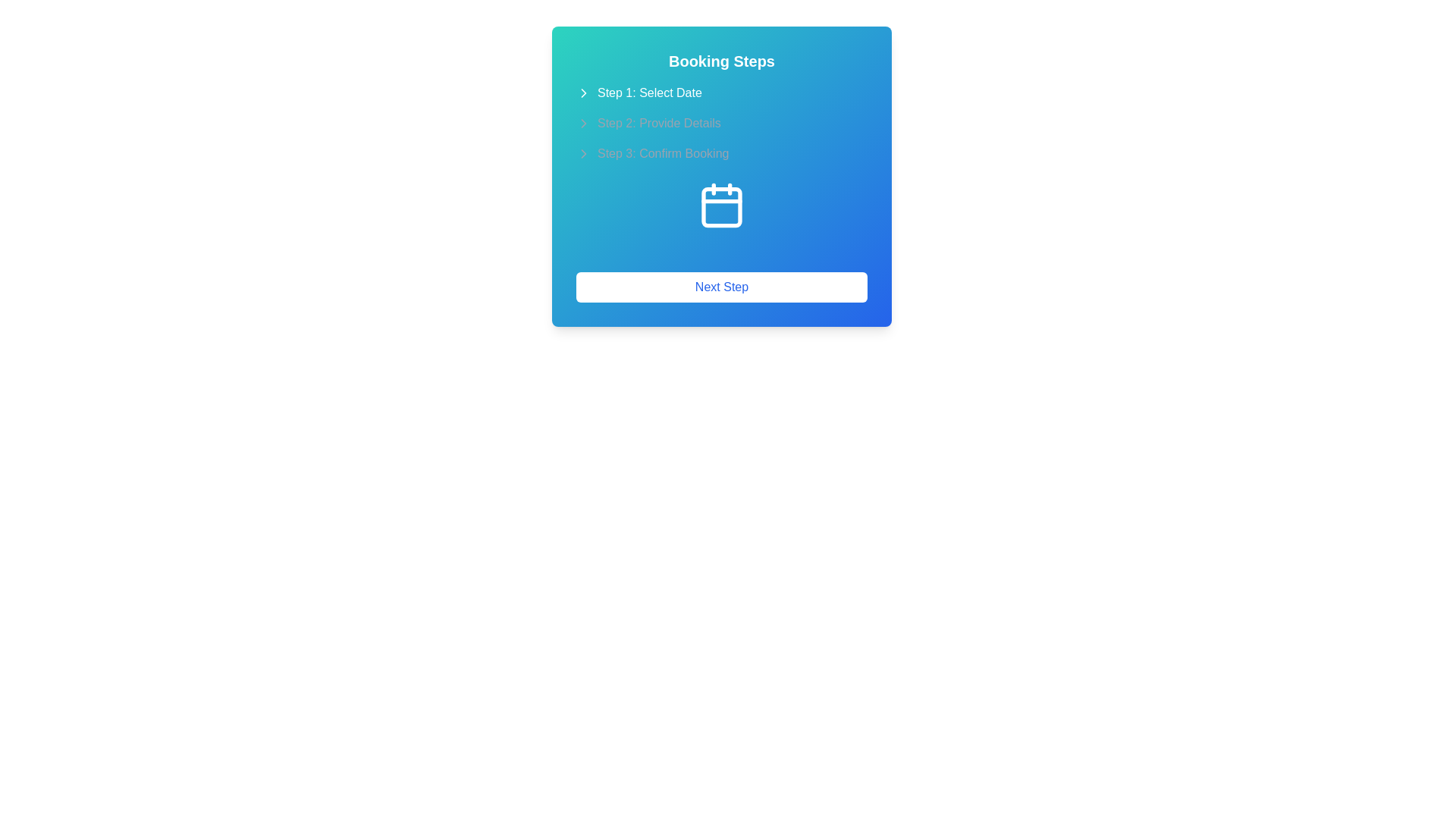 Image resolution: width=1456 pixels, height=819 pixels. I want to click on the title text element at the top of the card, which indicates the context of the steps listed below, so click(720, 61).